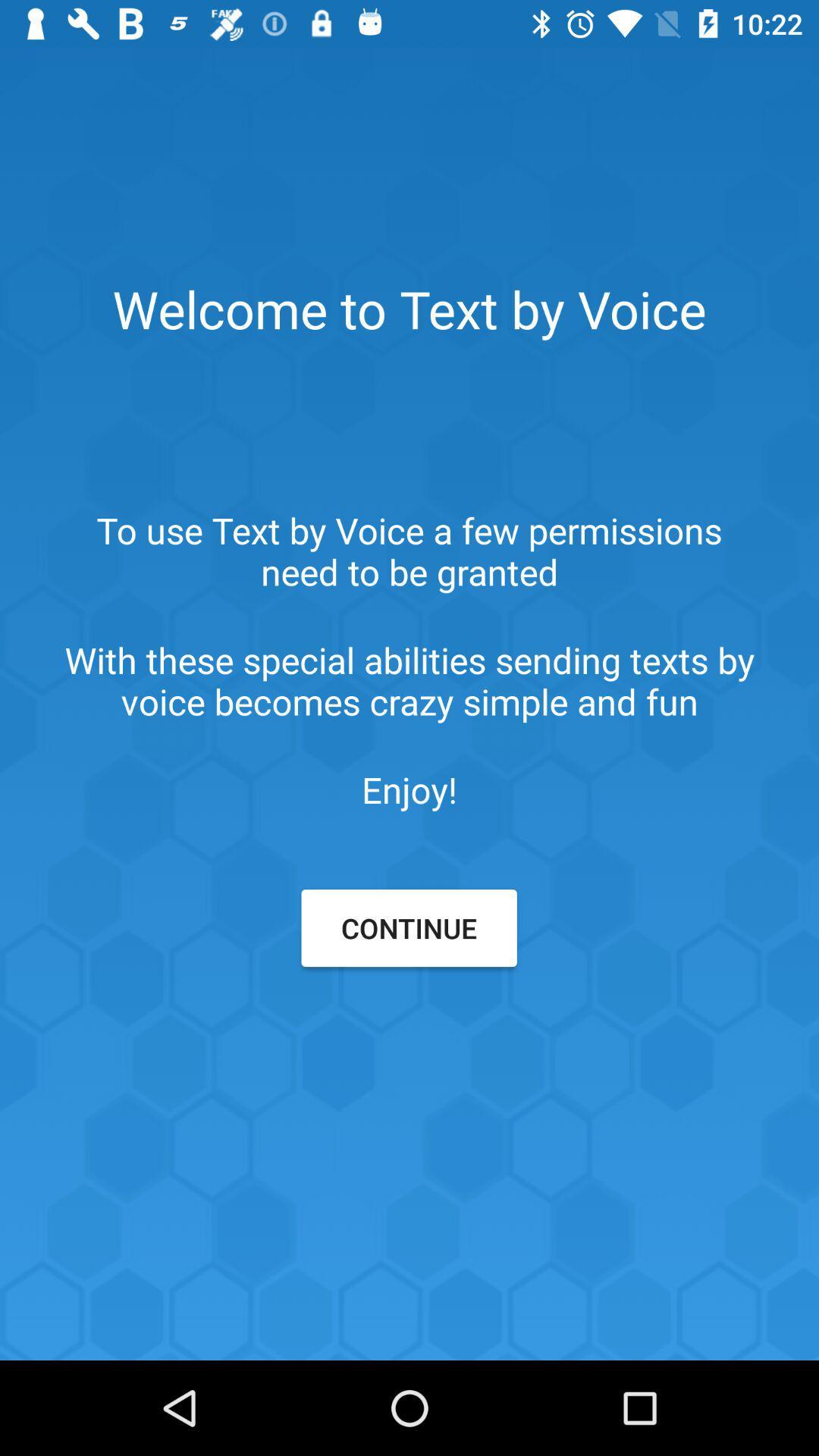  What do you see at coordinates (408, 927) in the screenshot?
I see `item below enjoy!` at bounding box center [408, 927].